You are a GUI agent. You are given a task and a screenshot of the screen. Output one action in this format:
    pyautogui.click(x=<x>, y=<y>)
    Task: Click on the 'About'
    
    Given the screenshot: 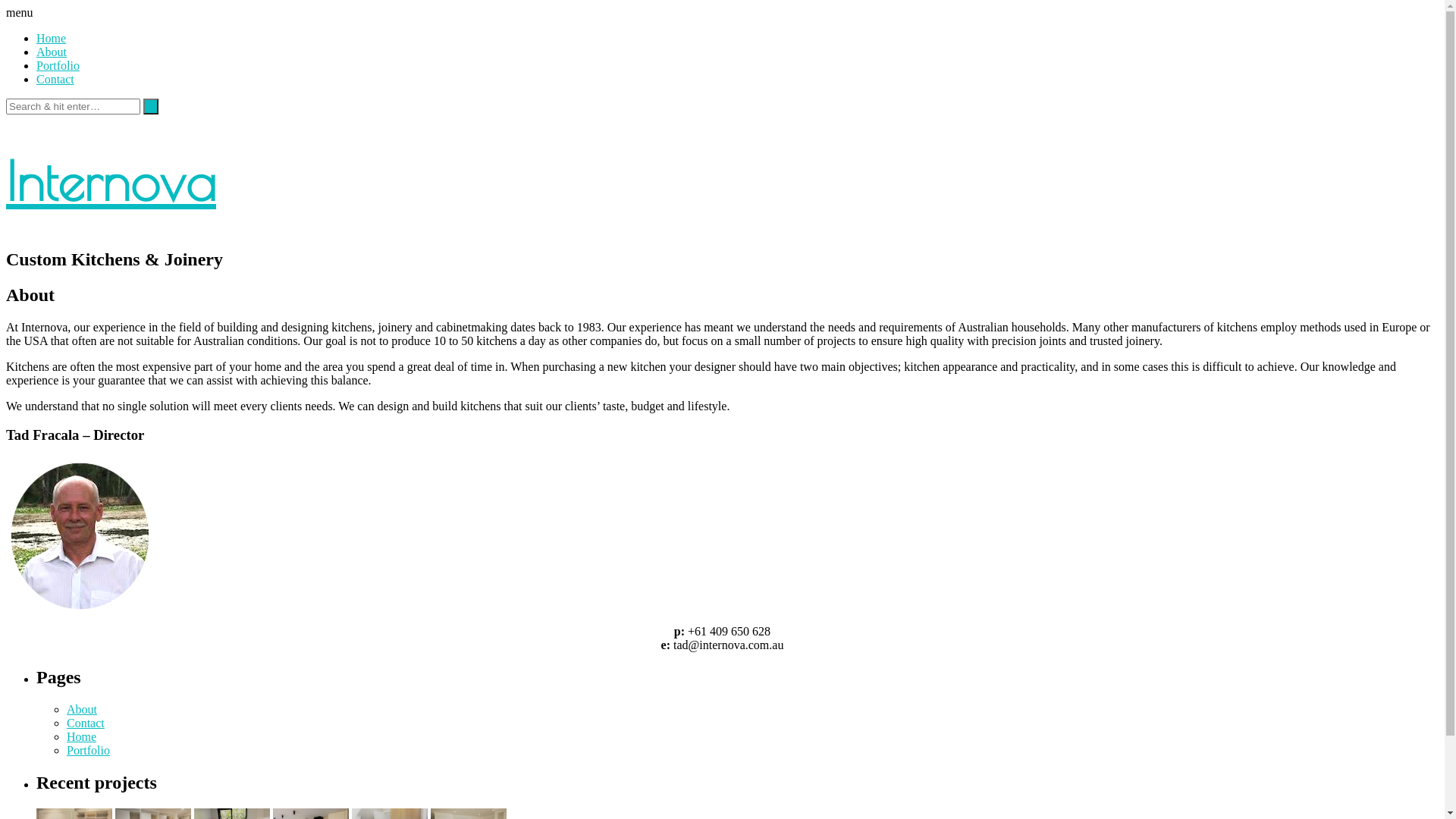 What is the action you would take?
    pyautogui.click(x=36, y=51)
    